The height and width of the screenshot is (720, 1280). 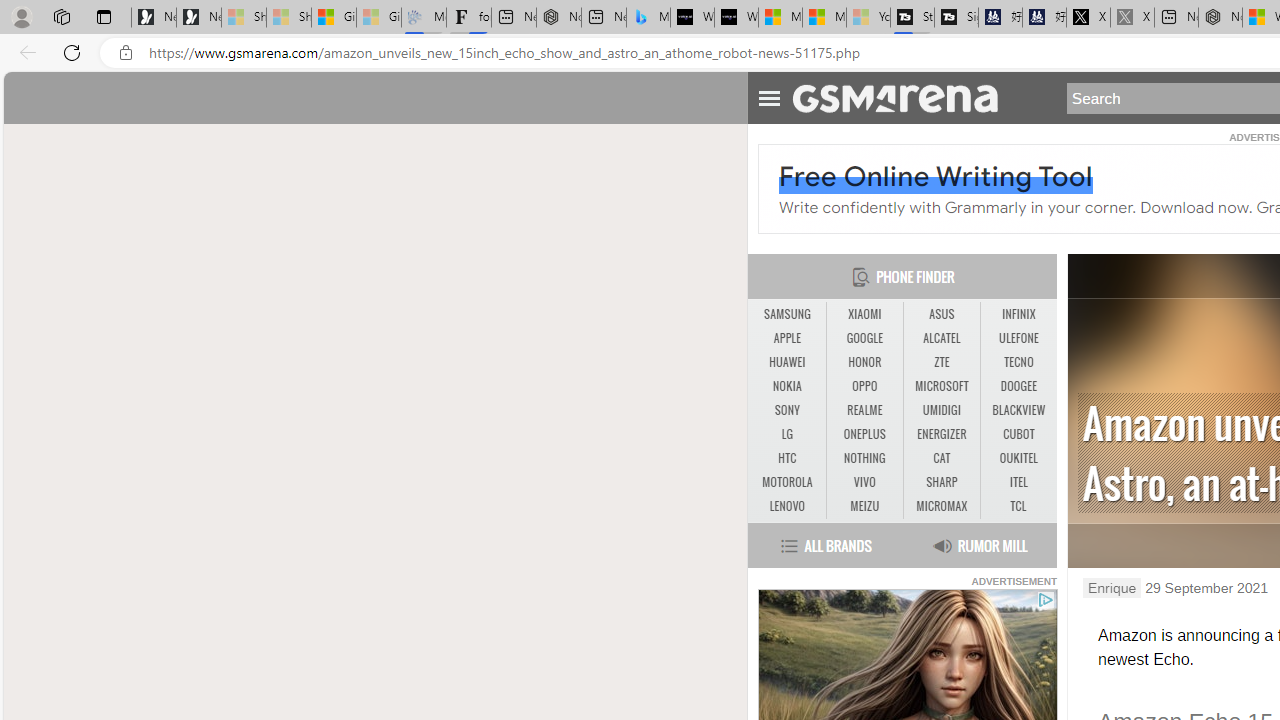 I want to click on 'ONEPLUS', so click(x=864, y=433).